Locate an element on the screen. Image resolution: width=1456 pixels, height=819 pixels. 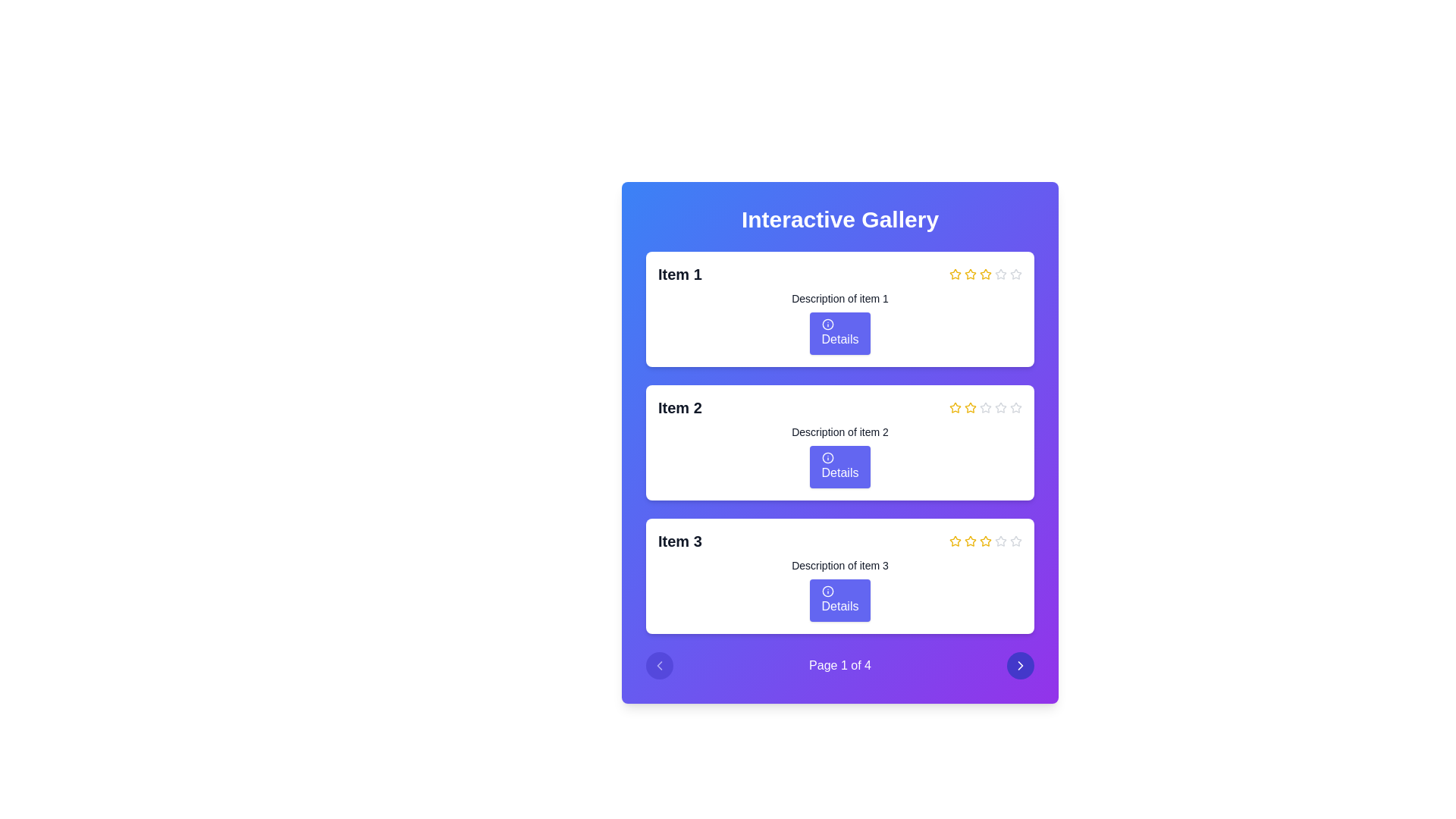
the chevron-arrow icon located at the bottom-right corner of the interface is located at coordinates (1020, 665).